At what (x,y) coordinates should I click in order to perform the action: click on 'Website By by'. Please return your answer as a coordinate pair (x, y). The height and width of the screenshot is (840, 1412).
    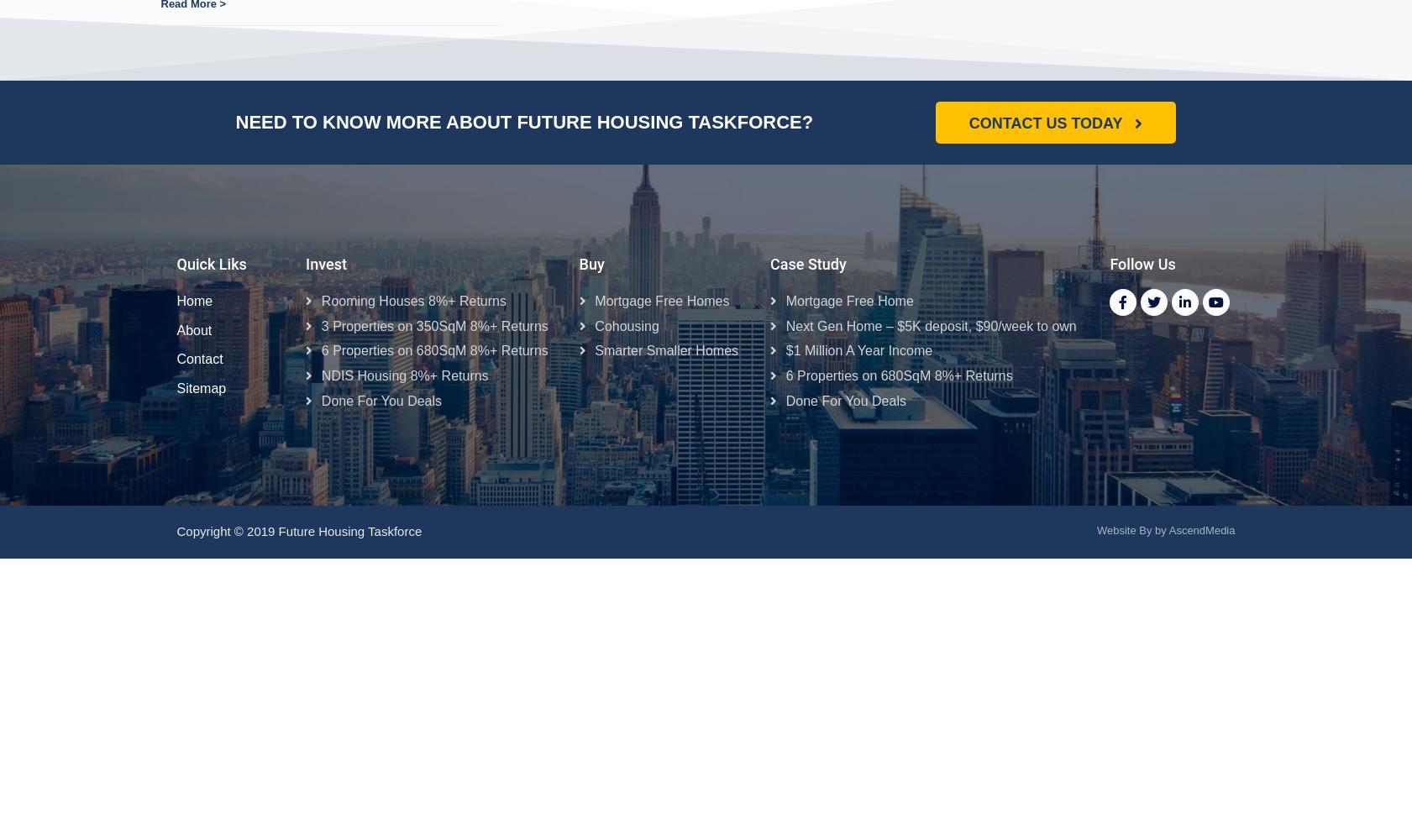
    Looking at the image, I should click on (1129, 530).